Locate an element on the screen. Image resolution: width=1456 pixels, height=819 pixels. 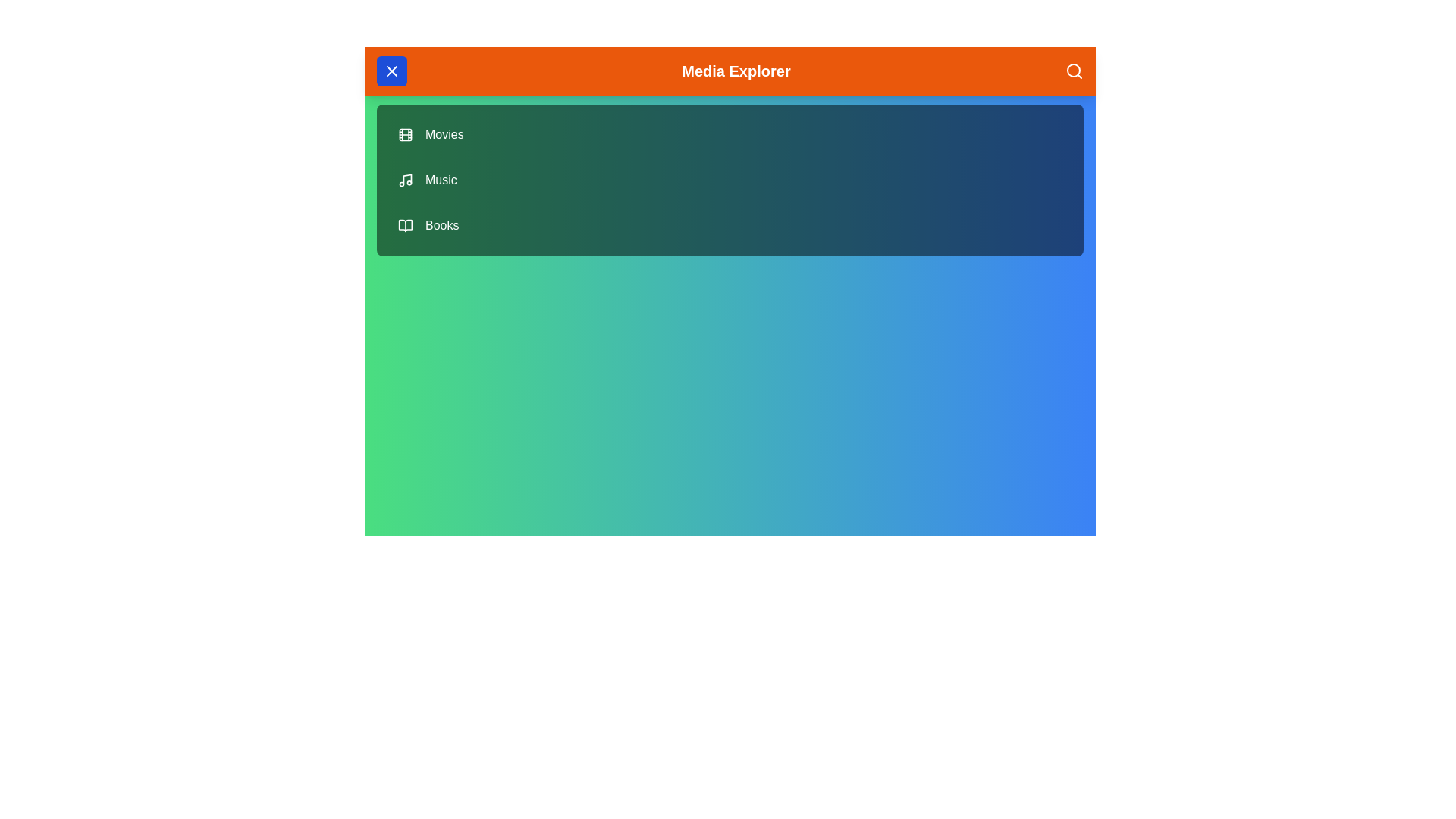
the menu item Books by clicking on it is located at coordinates (730, 225).